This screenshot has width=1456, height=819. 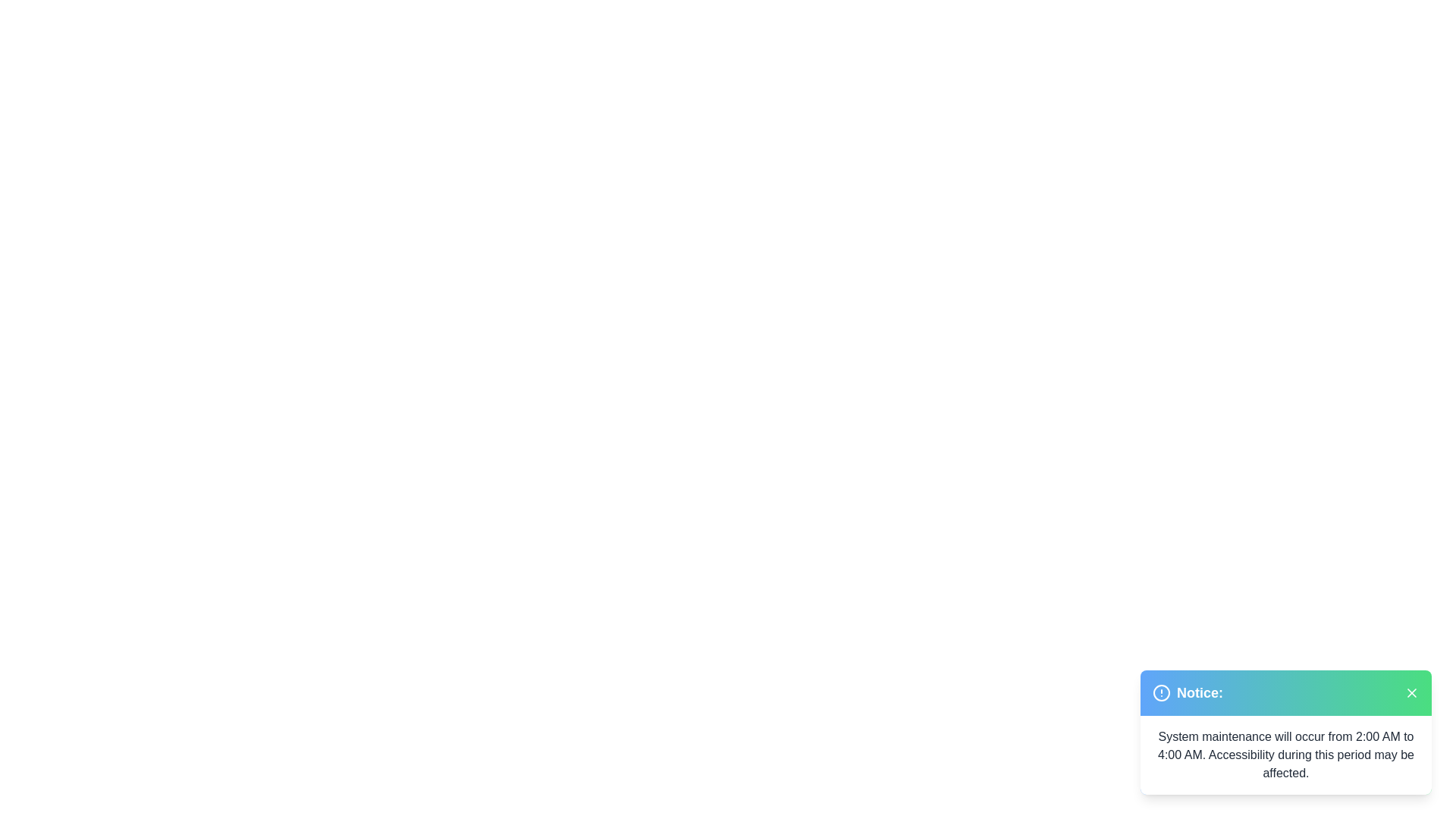 What do you see at coordinates (1411, 693) in the screenshot?
I see `the close button to dismiss the alert` at bounding box center [1411, 693].